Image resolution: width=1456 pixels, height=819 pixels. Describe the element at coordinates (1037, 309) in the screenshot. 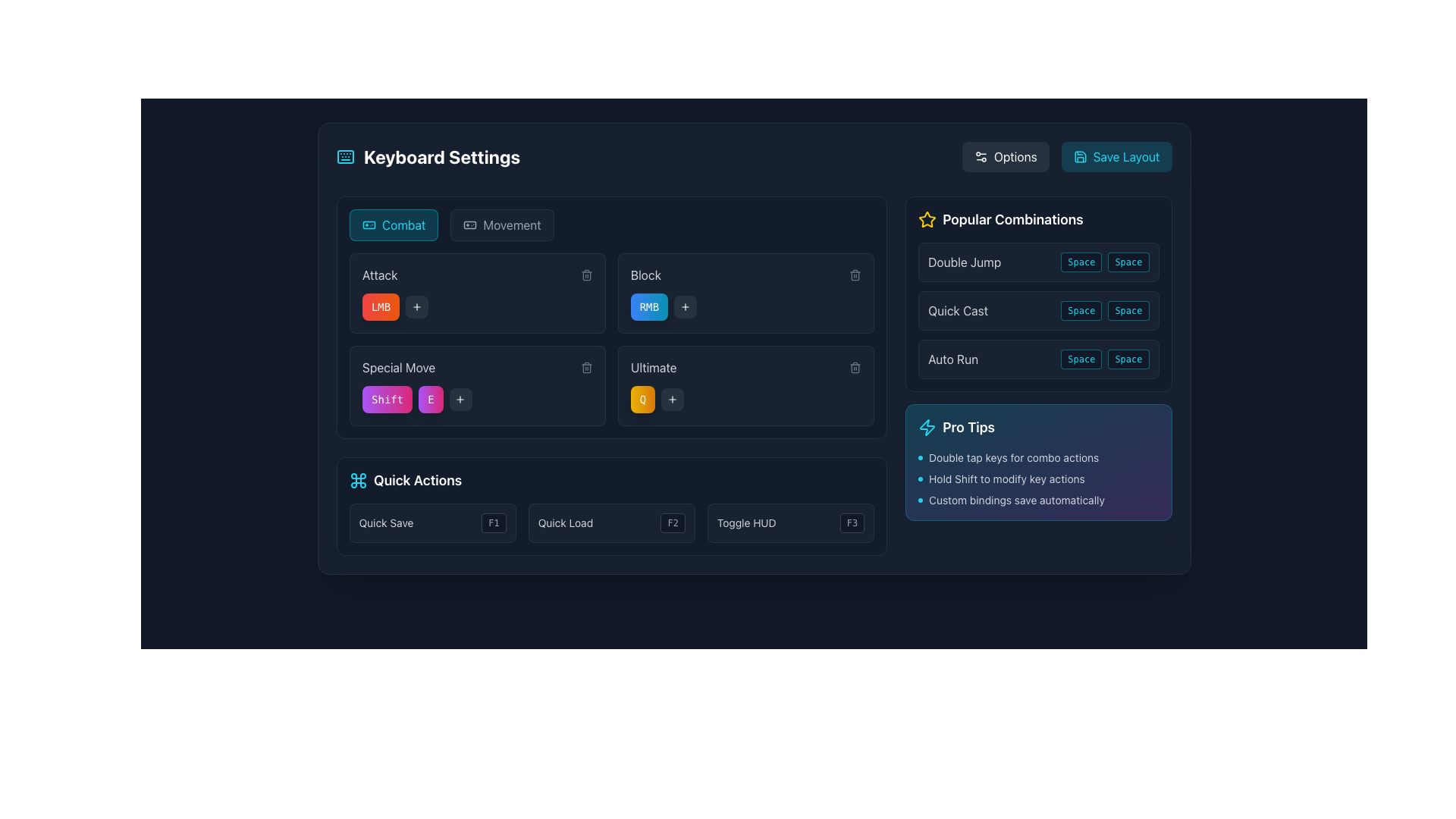

I see `the second item in the 'Popular Combinations' panel, which indicates the keyboard shortcut for 'Quick Cast' using two consecutive presses of the 'Space' key` at that location.